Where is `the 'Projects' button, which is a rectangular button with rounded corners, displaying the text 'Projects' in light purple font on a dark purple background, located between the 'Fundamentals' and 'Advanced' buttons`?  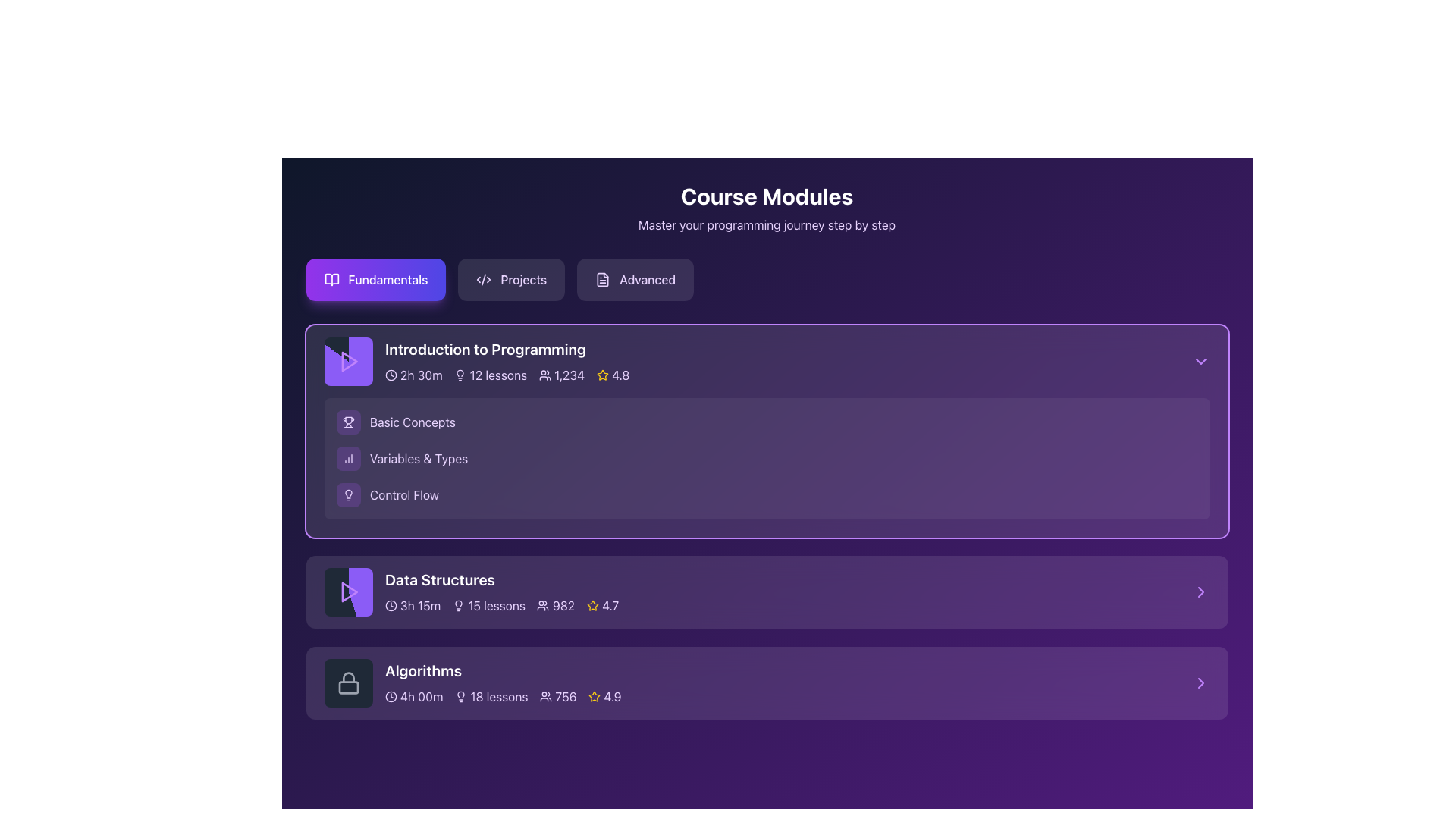
the 'Projects' button, which is a rectangular button with rounded corners, displaying the text 'Projects' in light purple font on a dark purple background, located between the 'Fundamentals' and 'Advanced' buttons is located at coordinates (511, 280).